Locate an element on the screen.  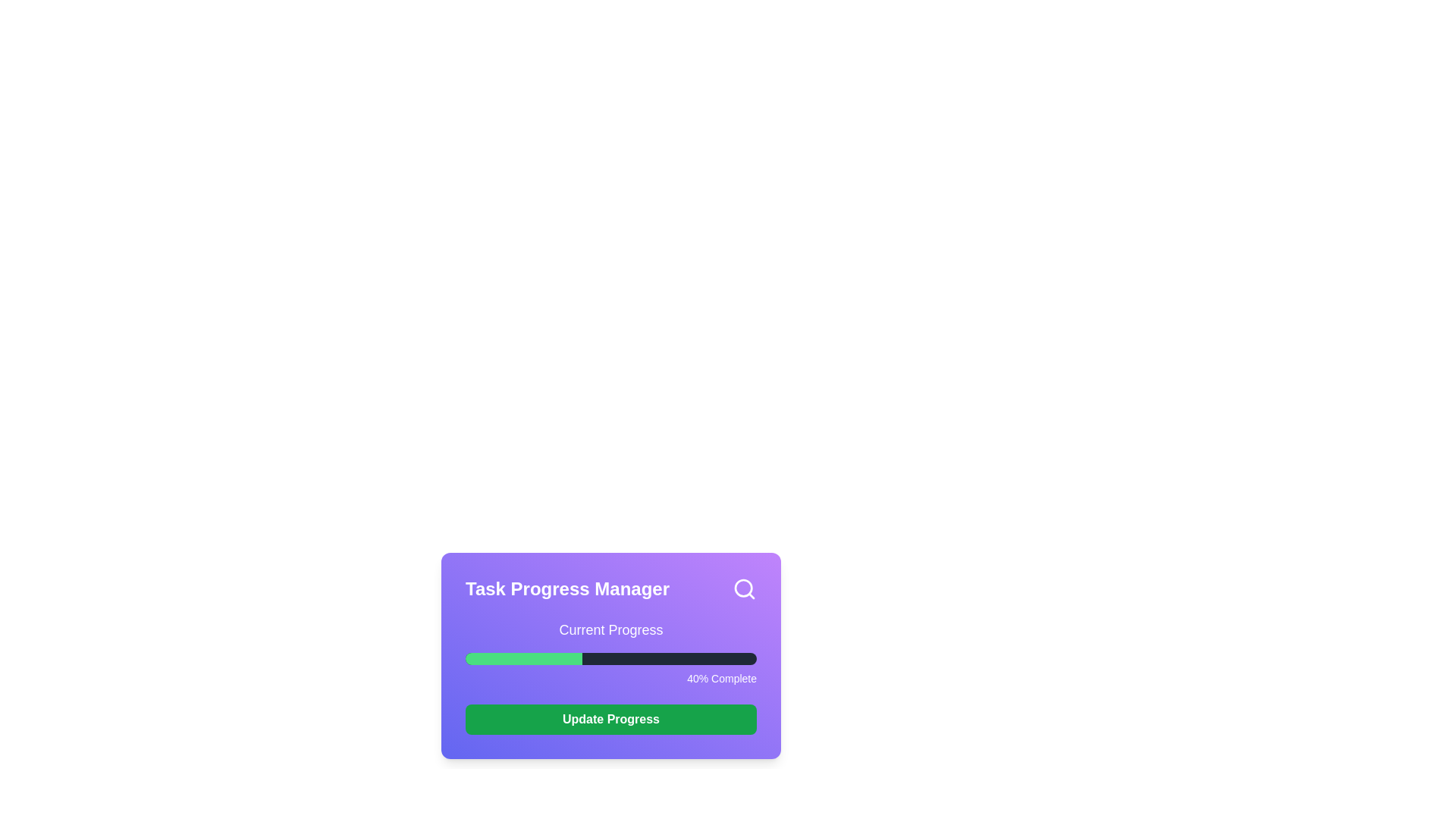
the progress information displayed on the progress bar, which is filled with green and shows '40% Complete' next to it is located at coordinates (611, 654).